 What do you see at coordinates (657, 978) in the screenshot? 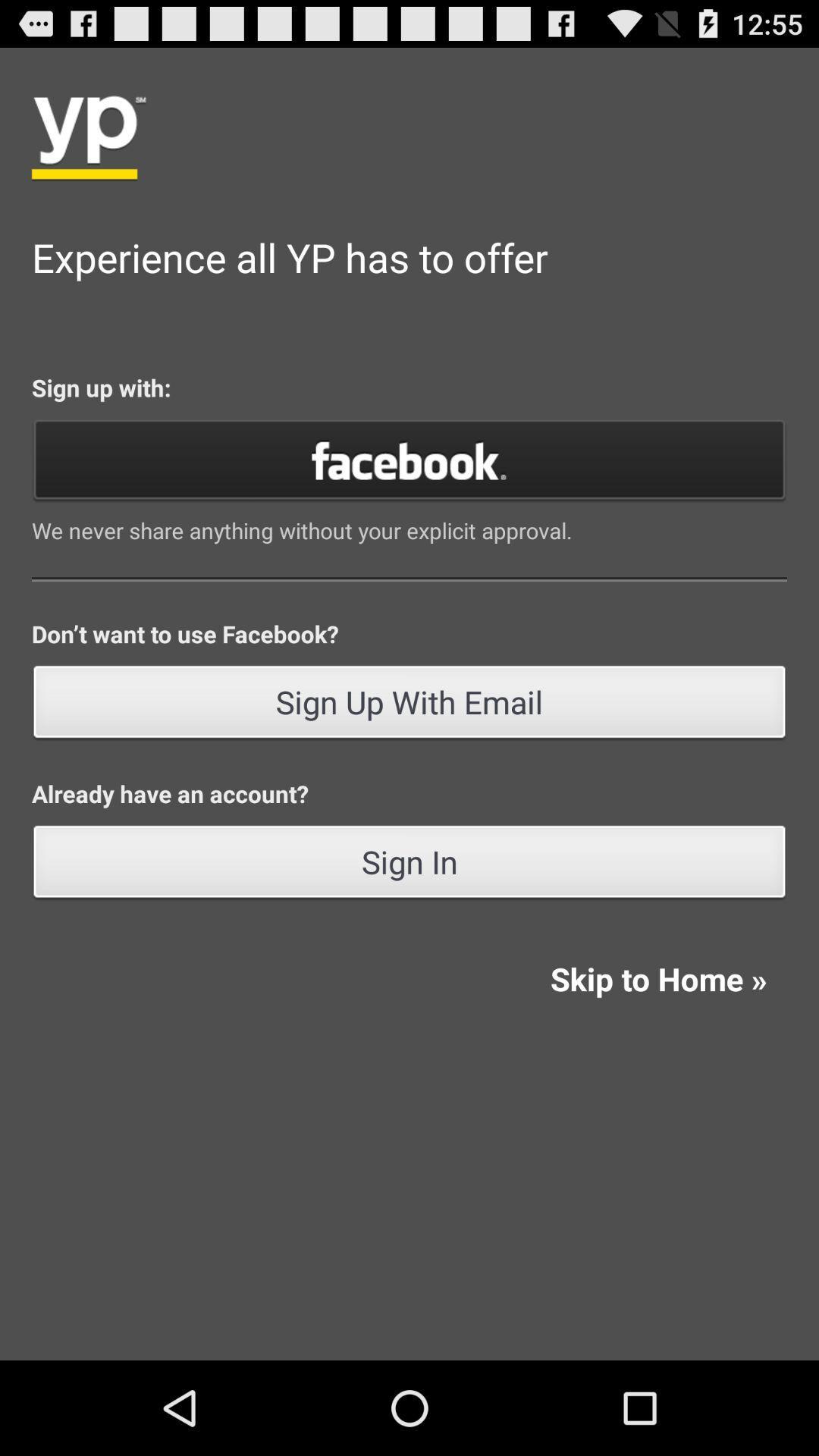
I see `item below the sign in item` at bounding box center [657, 978].